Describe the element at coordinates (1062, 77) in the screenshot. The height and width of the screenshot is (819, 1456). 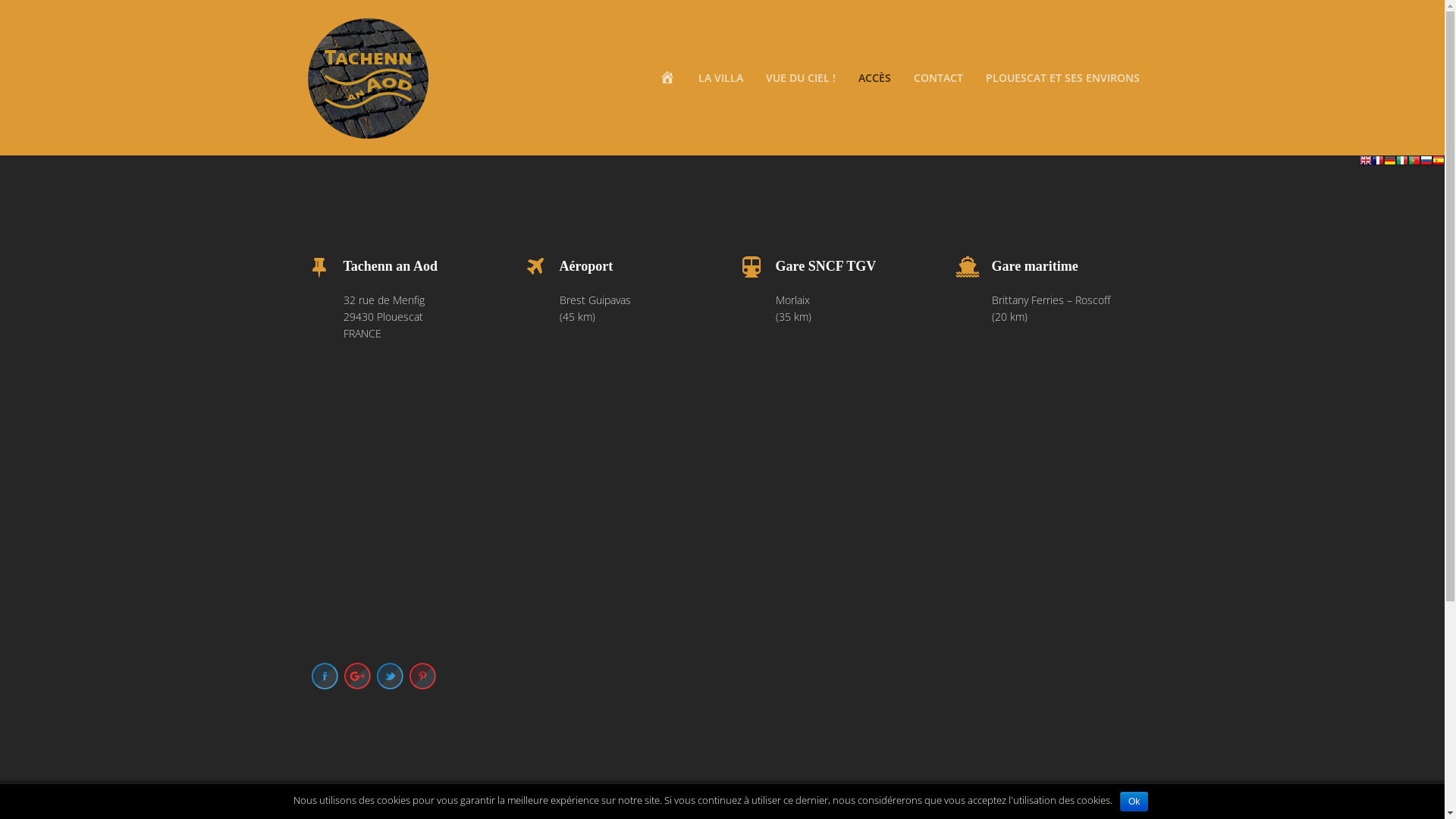
I see `'PLOUESCAT ET SES ENVIRONS'` at that location.